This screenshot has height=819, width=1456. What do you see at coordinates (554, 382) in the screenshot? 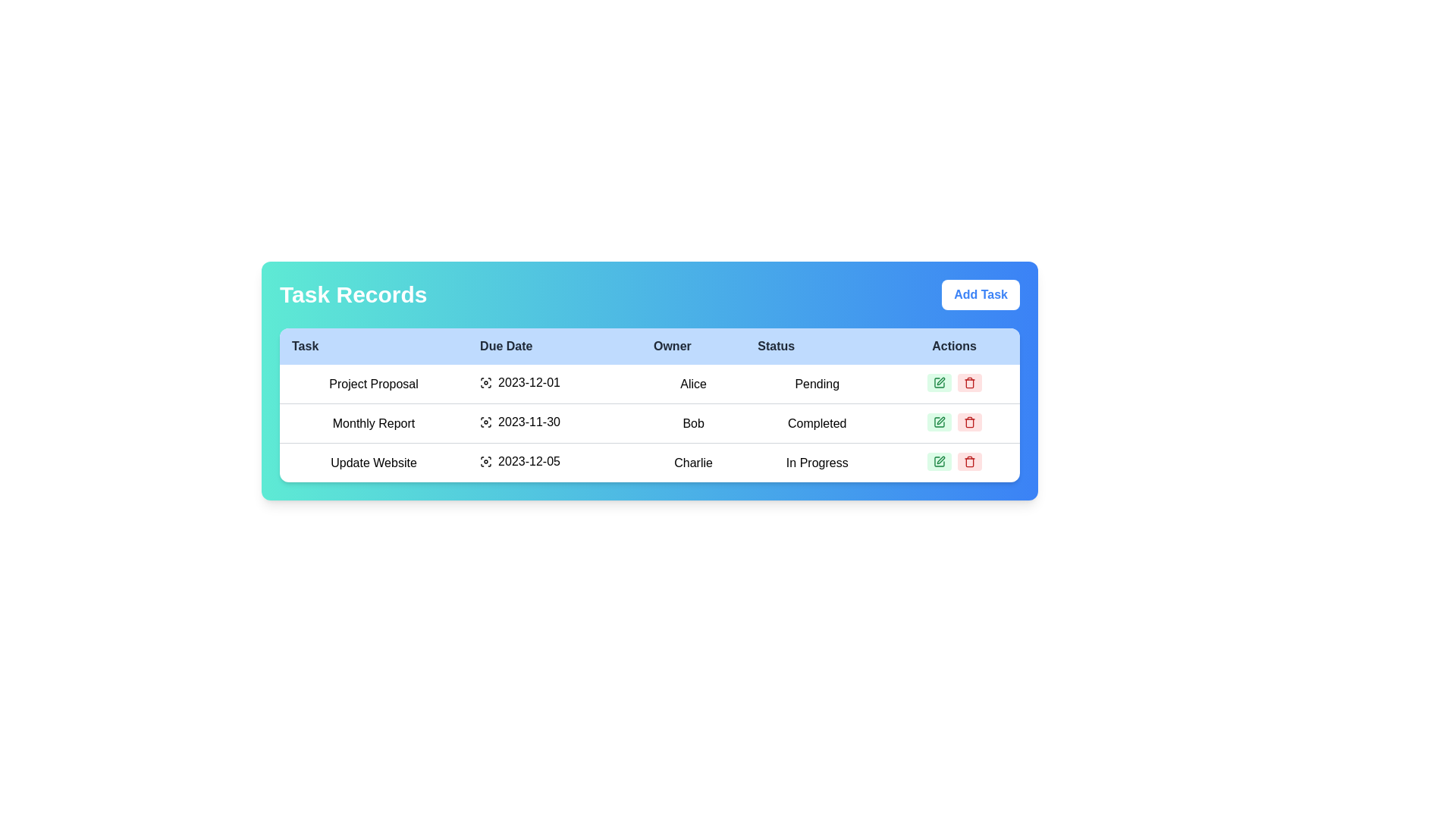
I see `the static text label displaying the date '2023-12-01' located in the 'Due Date' column of the first row in the 'Task Records' section, positioned between 'Project Proposal' and 'Alice'` at bounding box center [554, 382].